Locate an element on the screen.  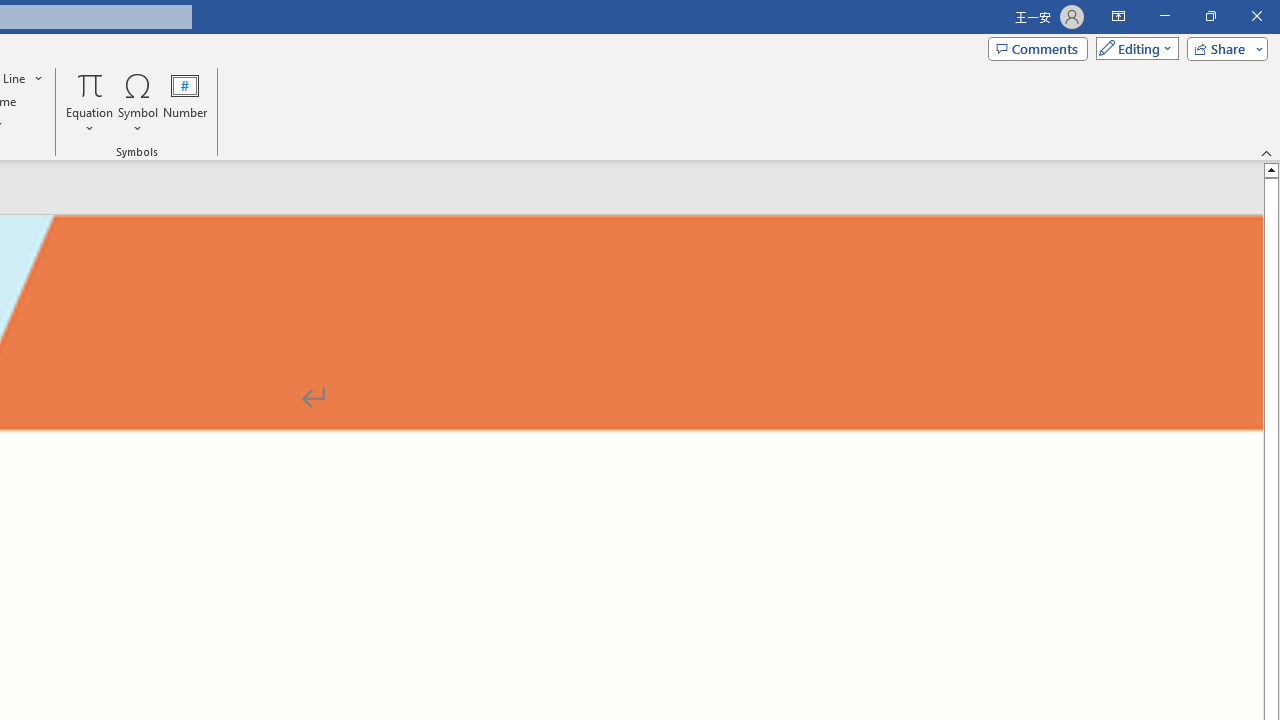
'Mode' is located at coordinates (1133, 47).